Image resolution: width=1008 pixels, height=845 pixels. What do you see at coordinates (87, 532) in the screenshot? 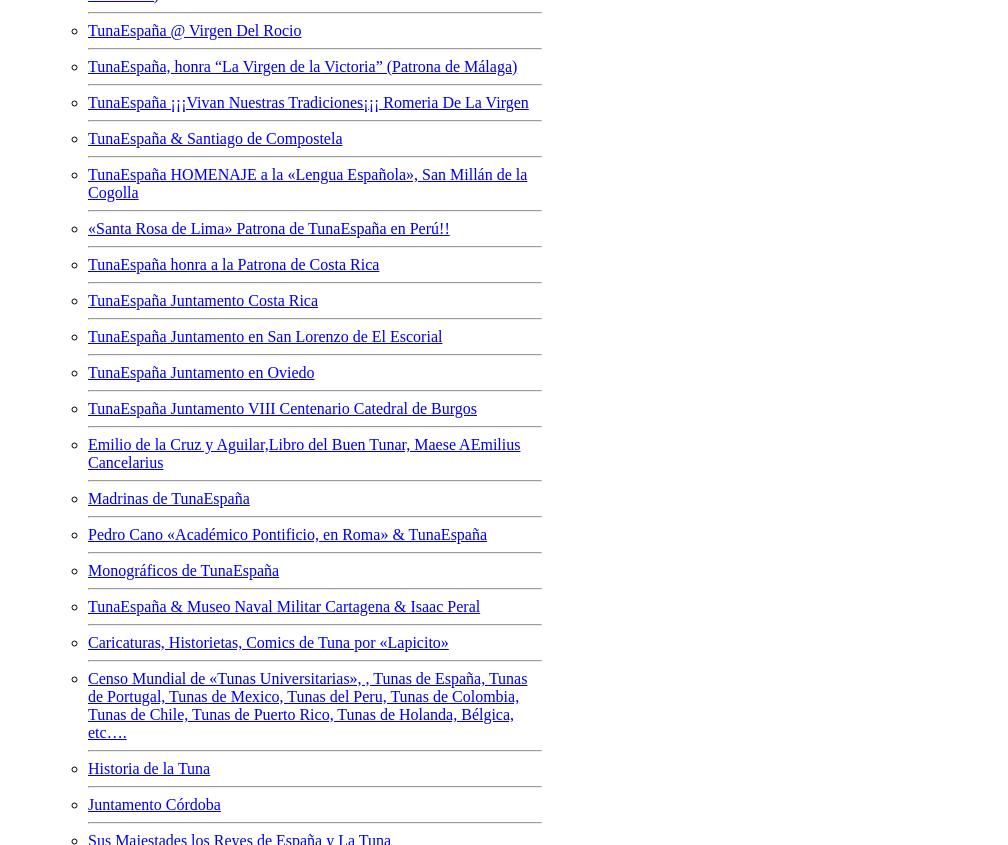
I see `'Pedro Cano «Académico Pontificio, en Roma» & TunaEspaña'` at bounding box center [87, 532].